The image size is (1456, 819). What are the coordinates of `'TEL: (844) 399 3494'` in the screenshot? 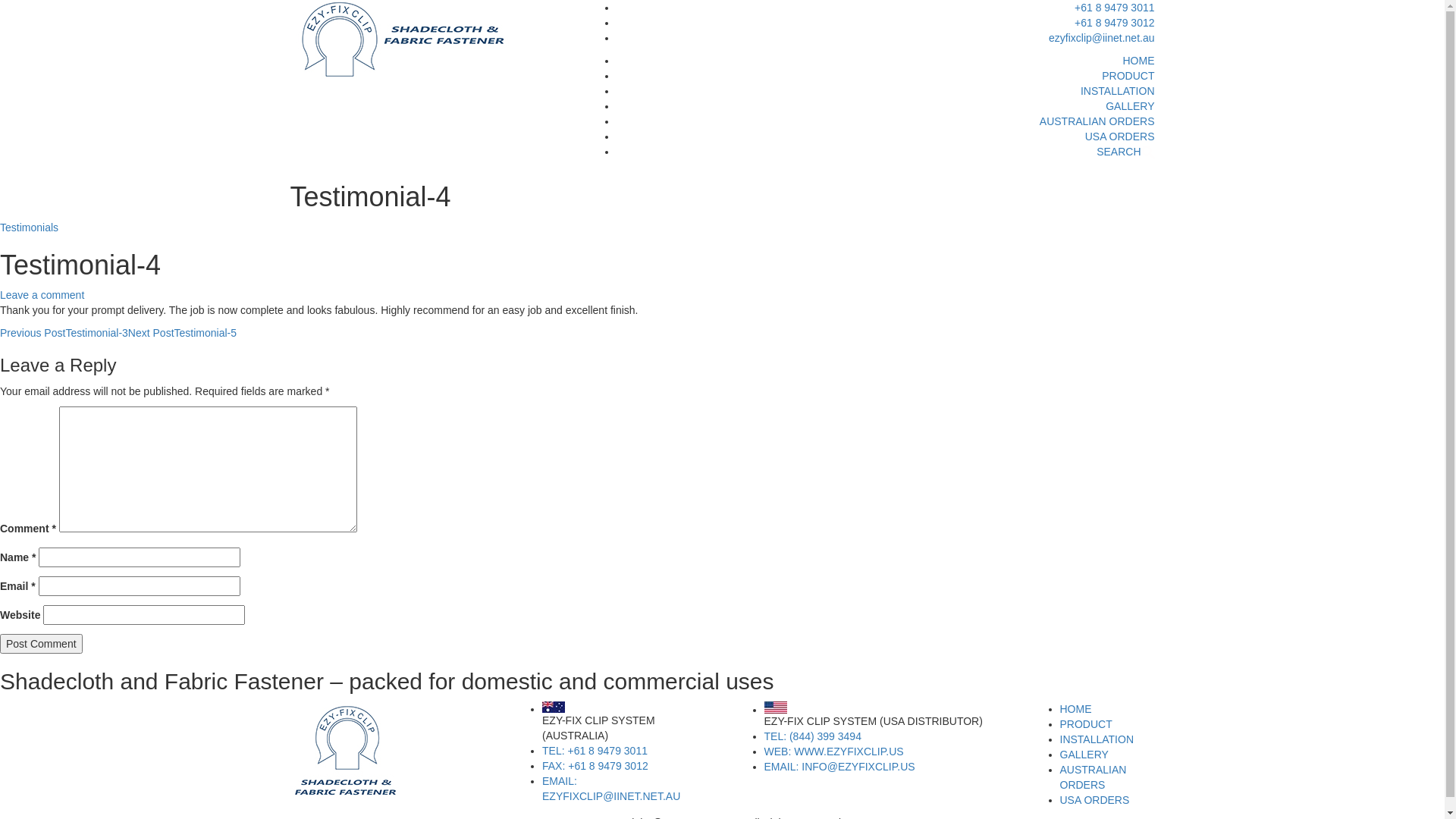 It's located at (764, 736).